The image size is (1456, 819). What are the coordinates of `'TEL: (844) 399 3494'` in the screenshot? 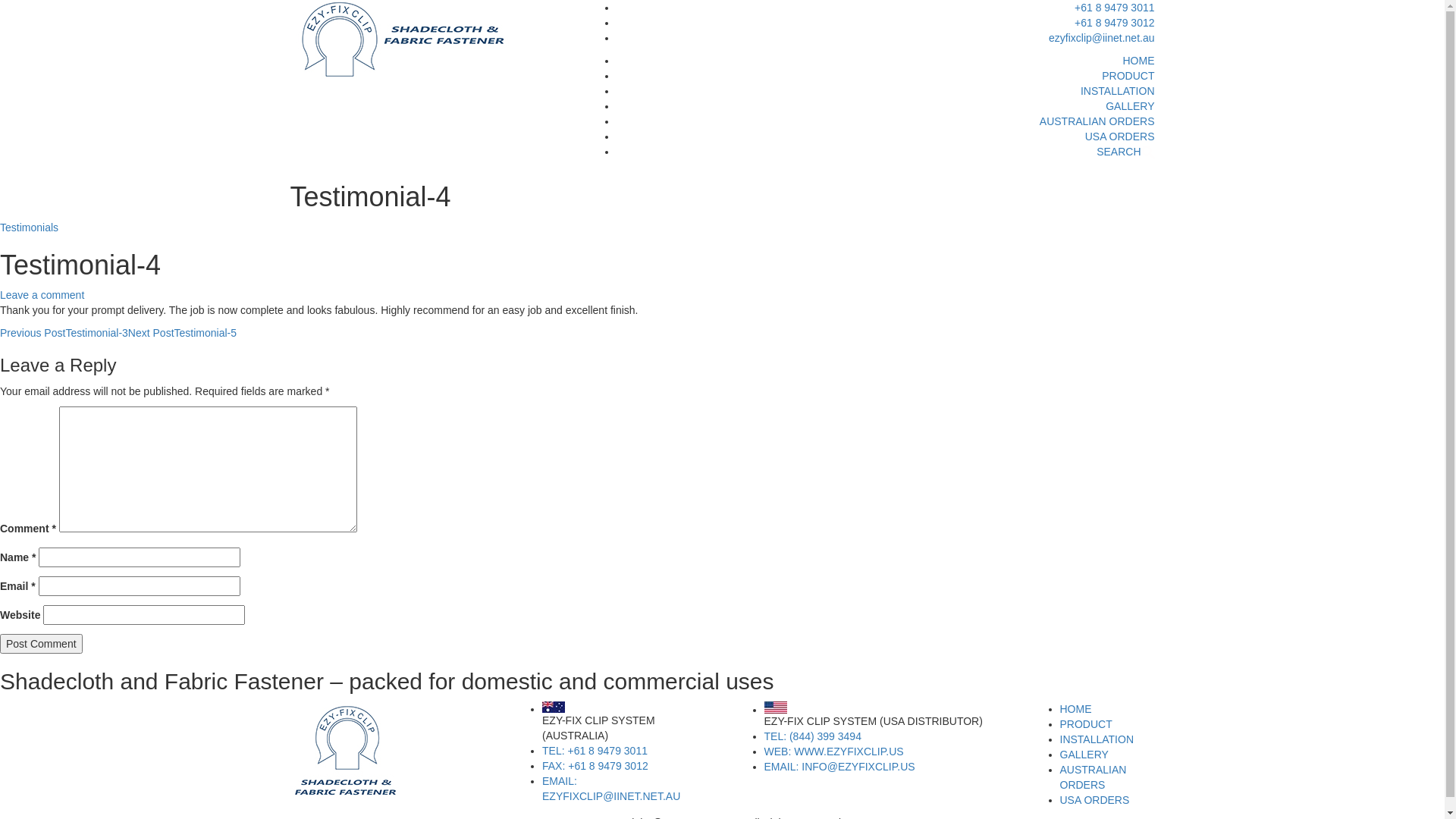 It's located at (764, 736).